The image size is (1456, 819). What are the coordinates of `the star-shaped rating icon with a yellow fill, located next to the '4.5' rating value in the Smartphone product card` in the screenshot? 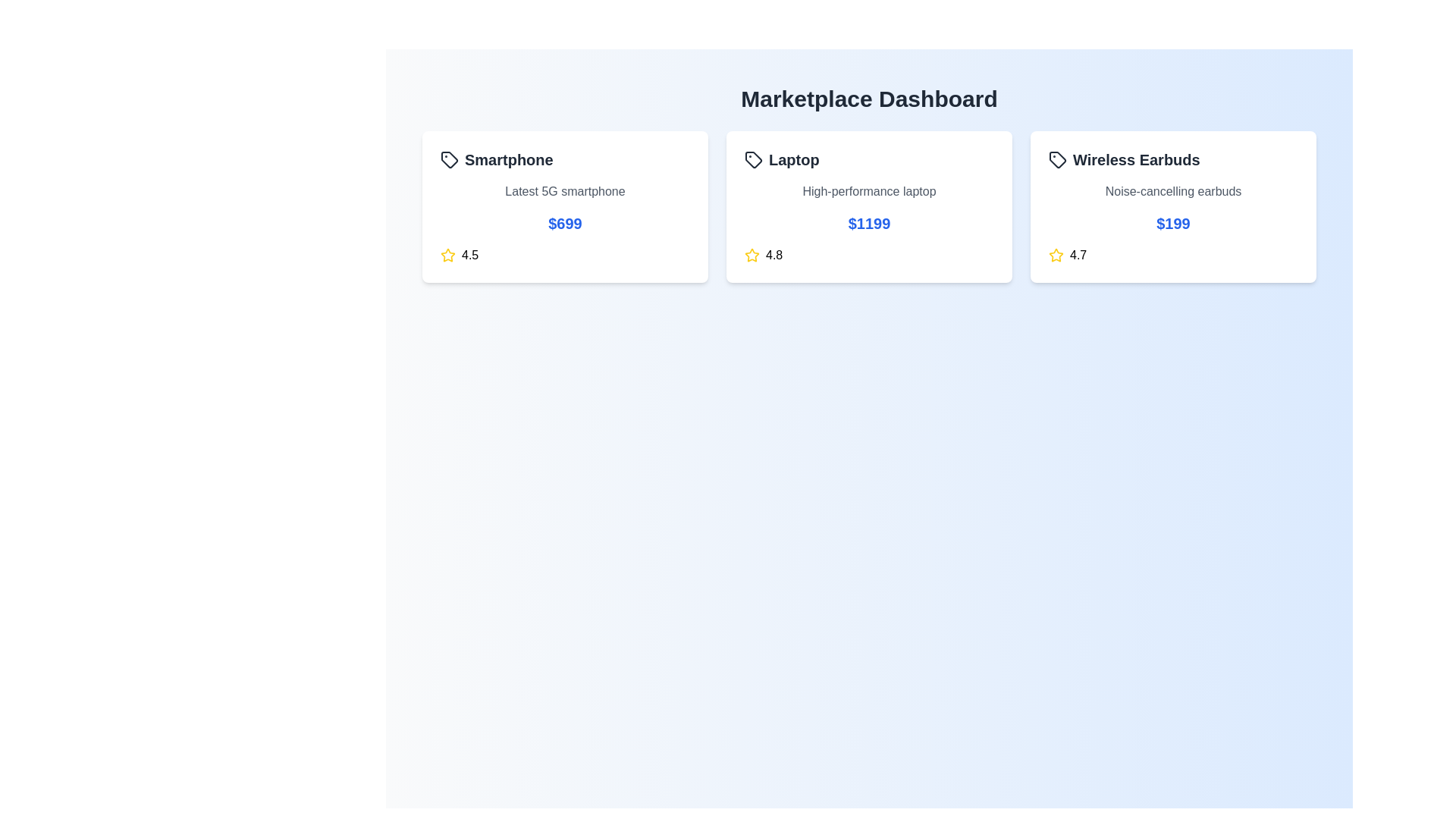 It's located at (447, 254).